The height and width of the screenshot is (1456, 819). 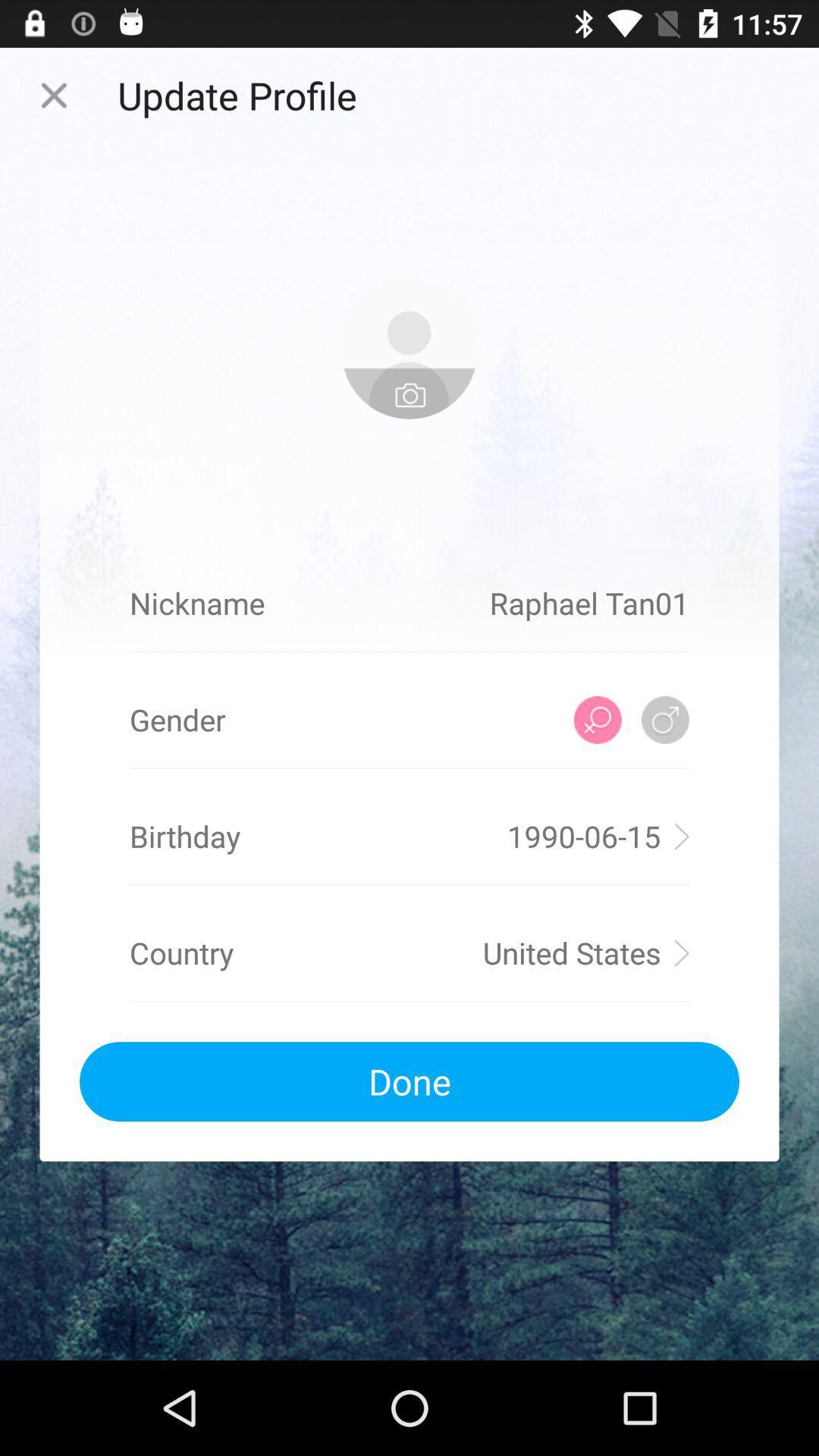 I want to click on choose male gender, so click(x=664, y=719).